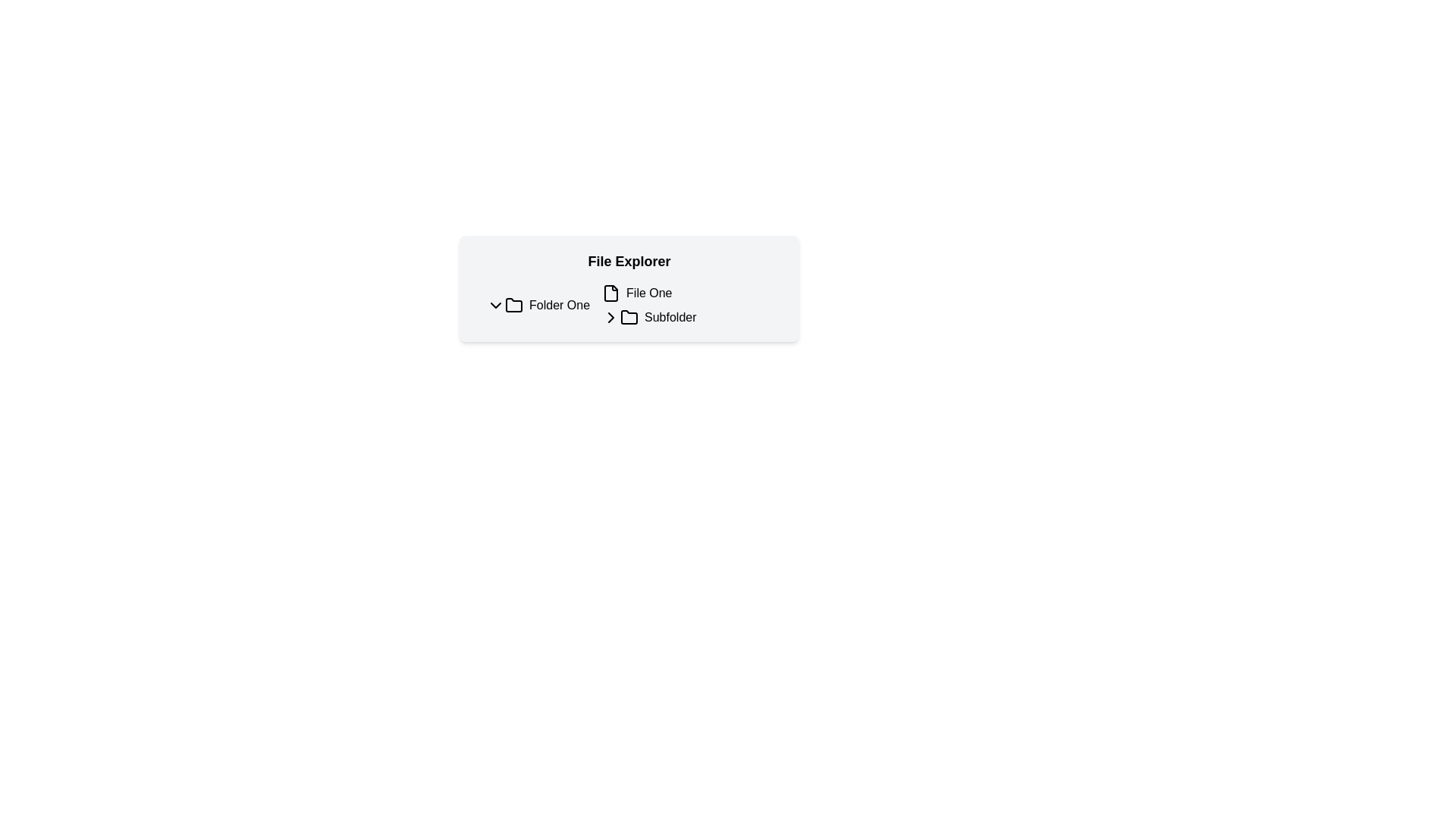 The height and width of the screenshot is (819, 1456). Describe the element at coordinates (643, 293) in the screenshot. I see `on the list item representing 'File One' in the 'File Explorer' section` at that location.